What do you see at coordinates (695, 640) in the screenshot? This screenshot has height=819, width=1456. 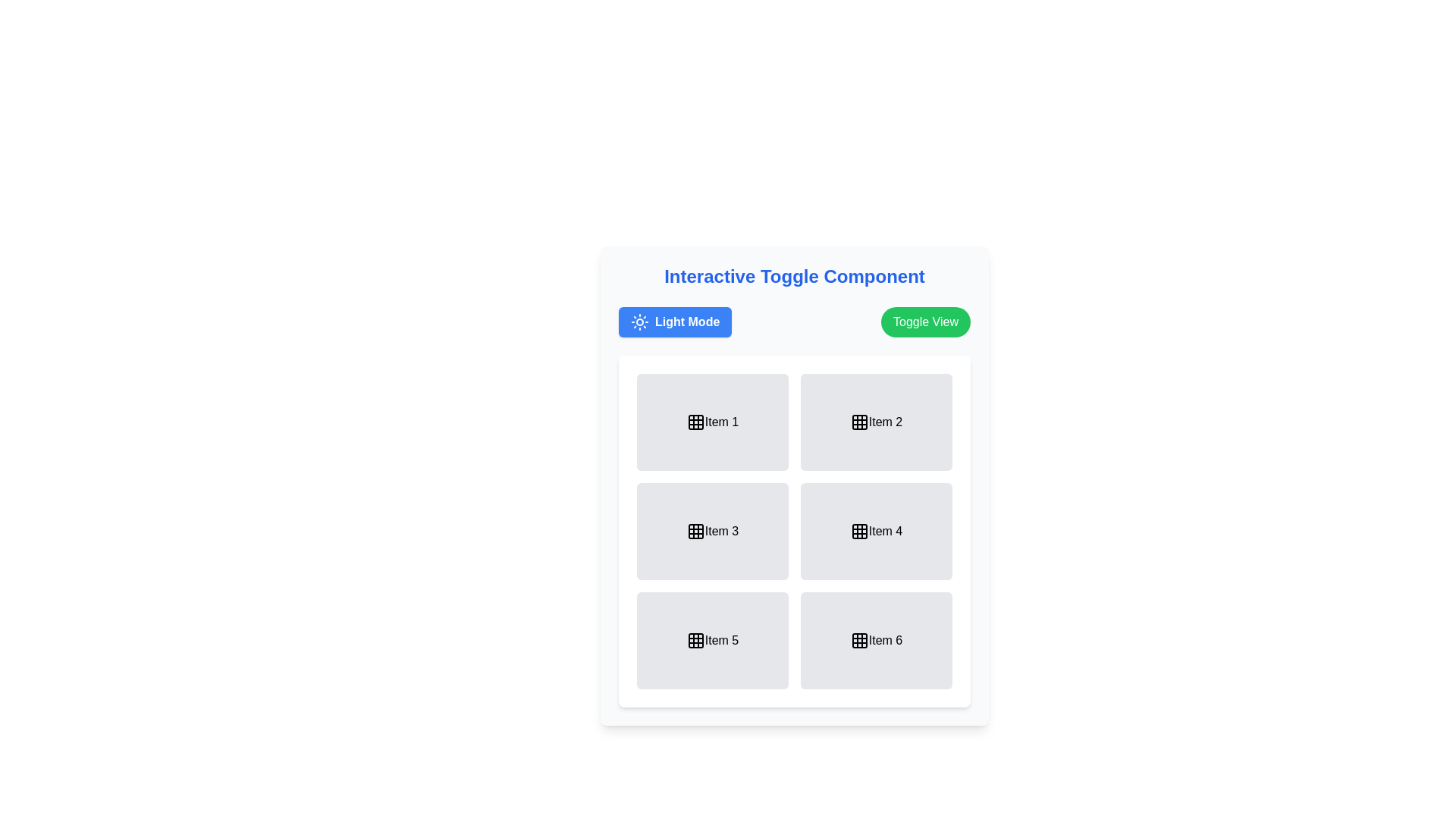 I see `the grid icon located in the lower-left area labeled 'Item 5', which is a small square-shaped icon with a black outline and a grid of smaller squares inside` at bounding box center [695, 640].